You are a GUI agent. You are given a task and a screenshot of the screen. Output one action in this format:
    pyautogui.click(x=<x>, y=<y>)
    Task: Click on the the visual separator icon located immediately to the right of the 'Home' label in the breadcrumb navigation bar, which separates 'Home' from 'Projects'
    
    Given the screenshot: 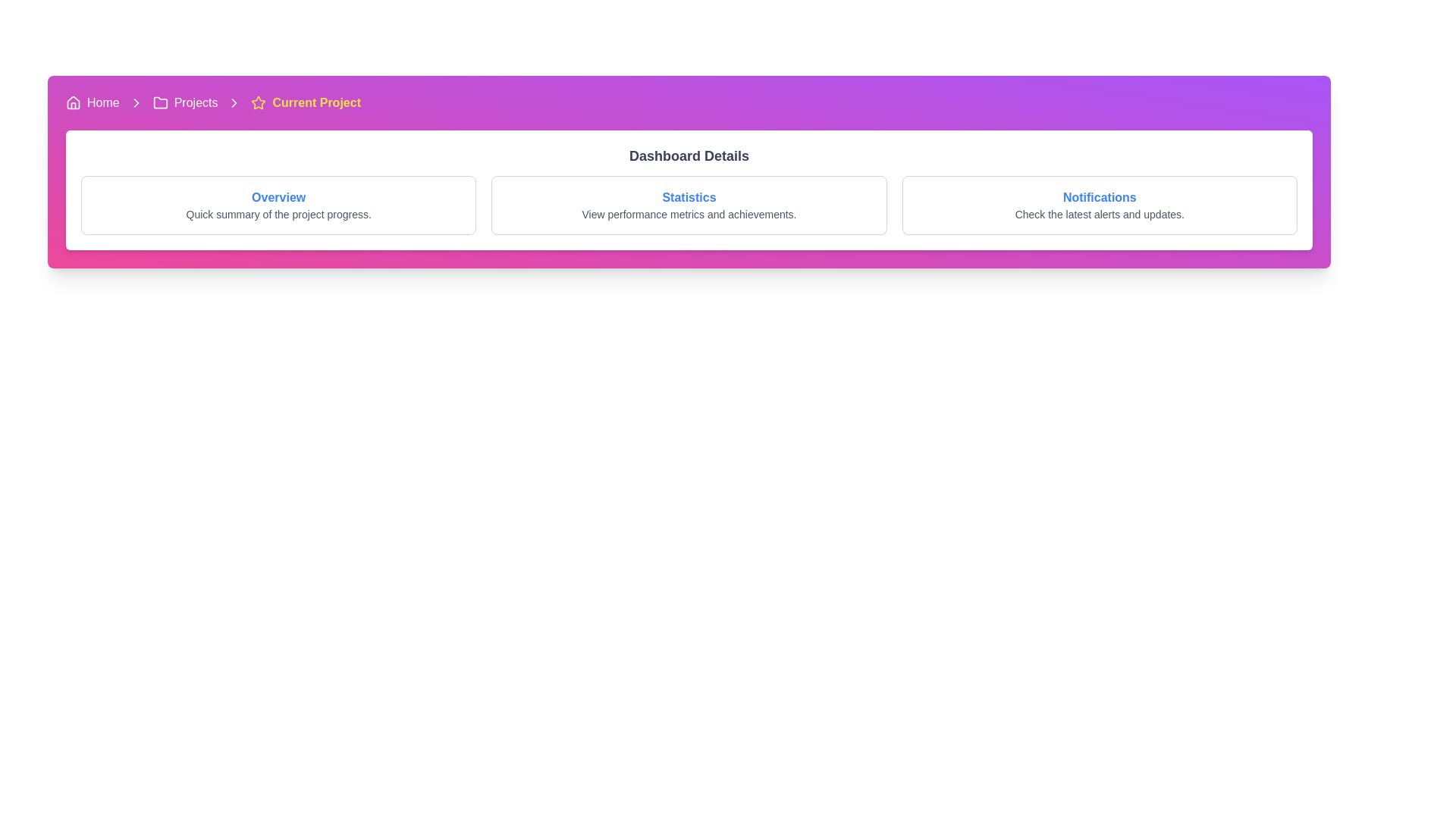 What is the action you would take?
    pyautogui.click(x=136, y=102)
    